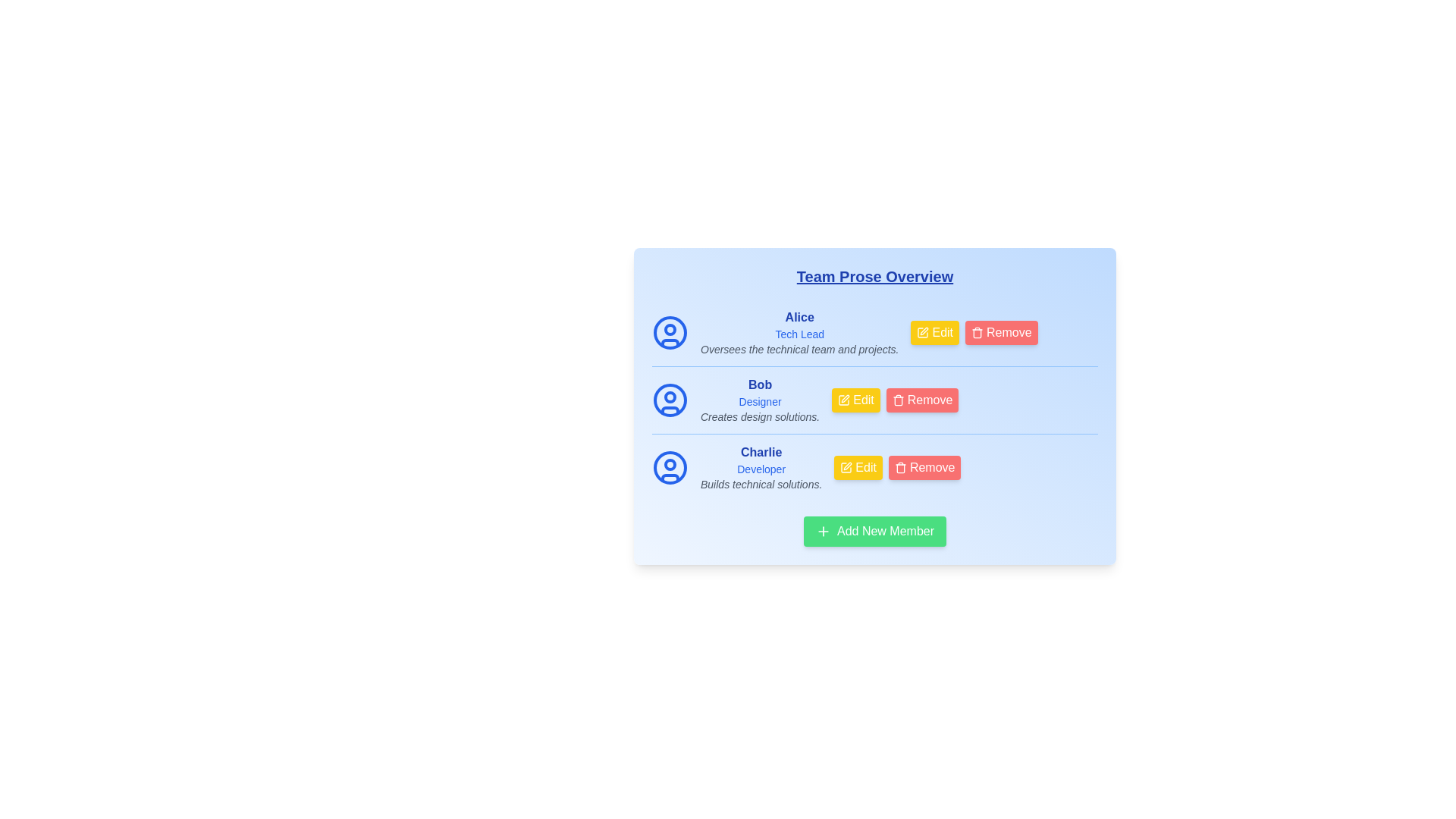  Describe the element at coordinates (799, 350) in the screenshot. I see `the text description element detailing Alice's role and responsibilities, which is positioned below the 'Tech Lead' subtitle` at that location.